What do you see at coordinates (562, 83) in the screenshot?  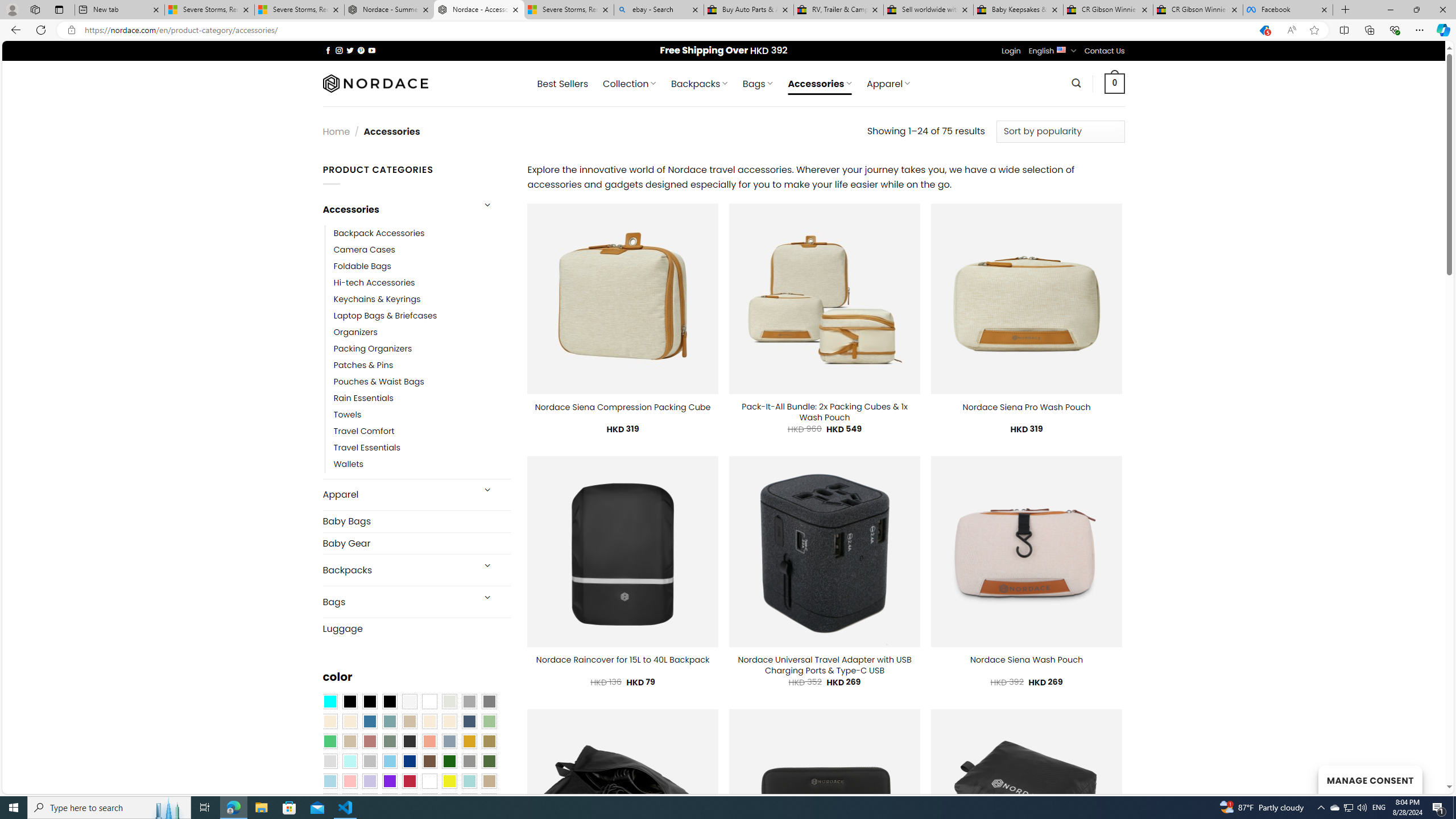 I see `' Best Sellers'` at bounding box center [562, 83].